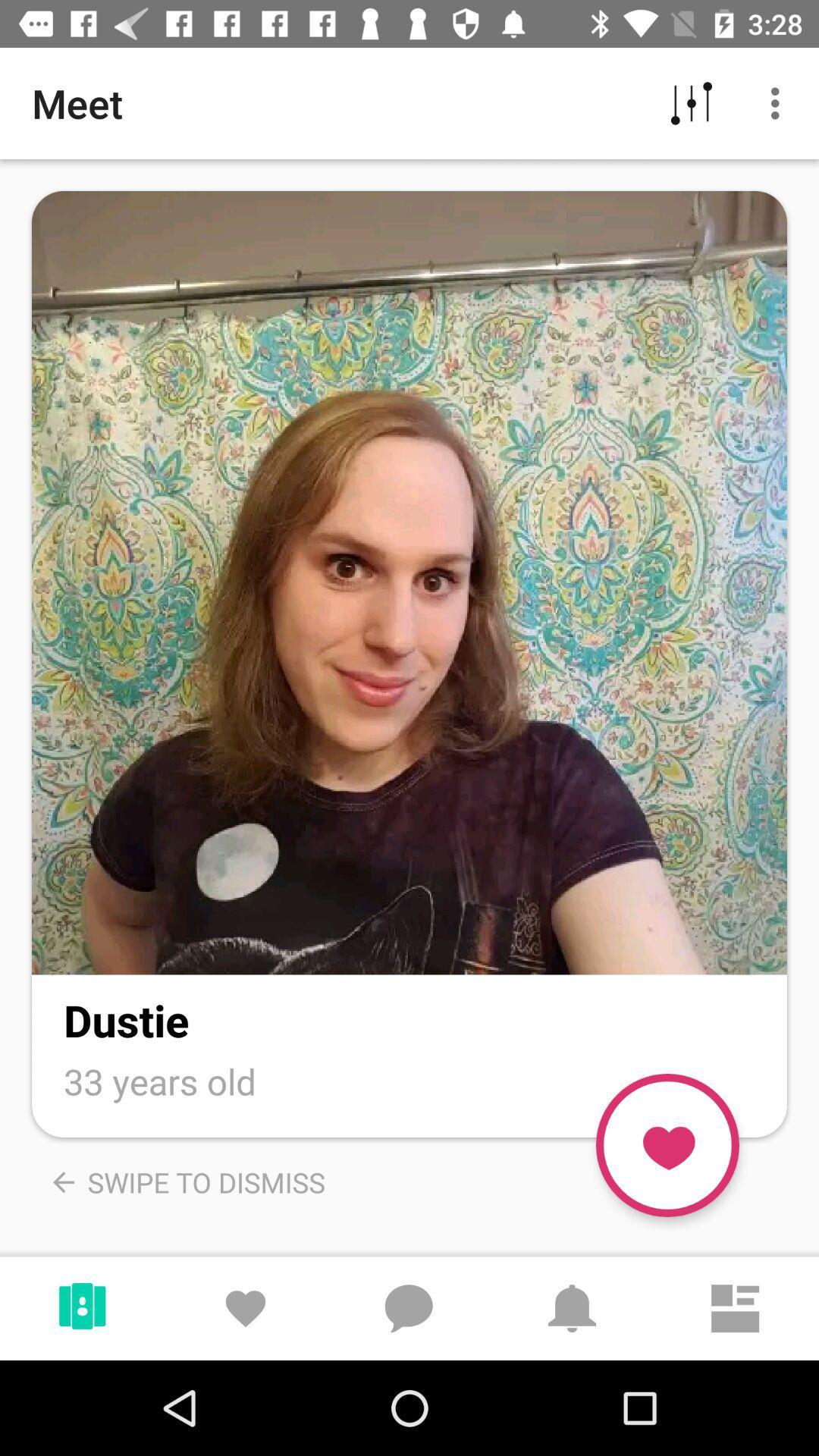 Image resolution: width=819 pixels, height=1456 pixels. What do you see at coordinates (160, 1081) in the screenshot?
I see `33 years old icon` at bounding box center [160, 1081].